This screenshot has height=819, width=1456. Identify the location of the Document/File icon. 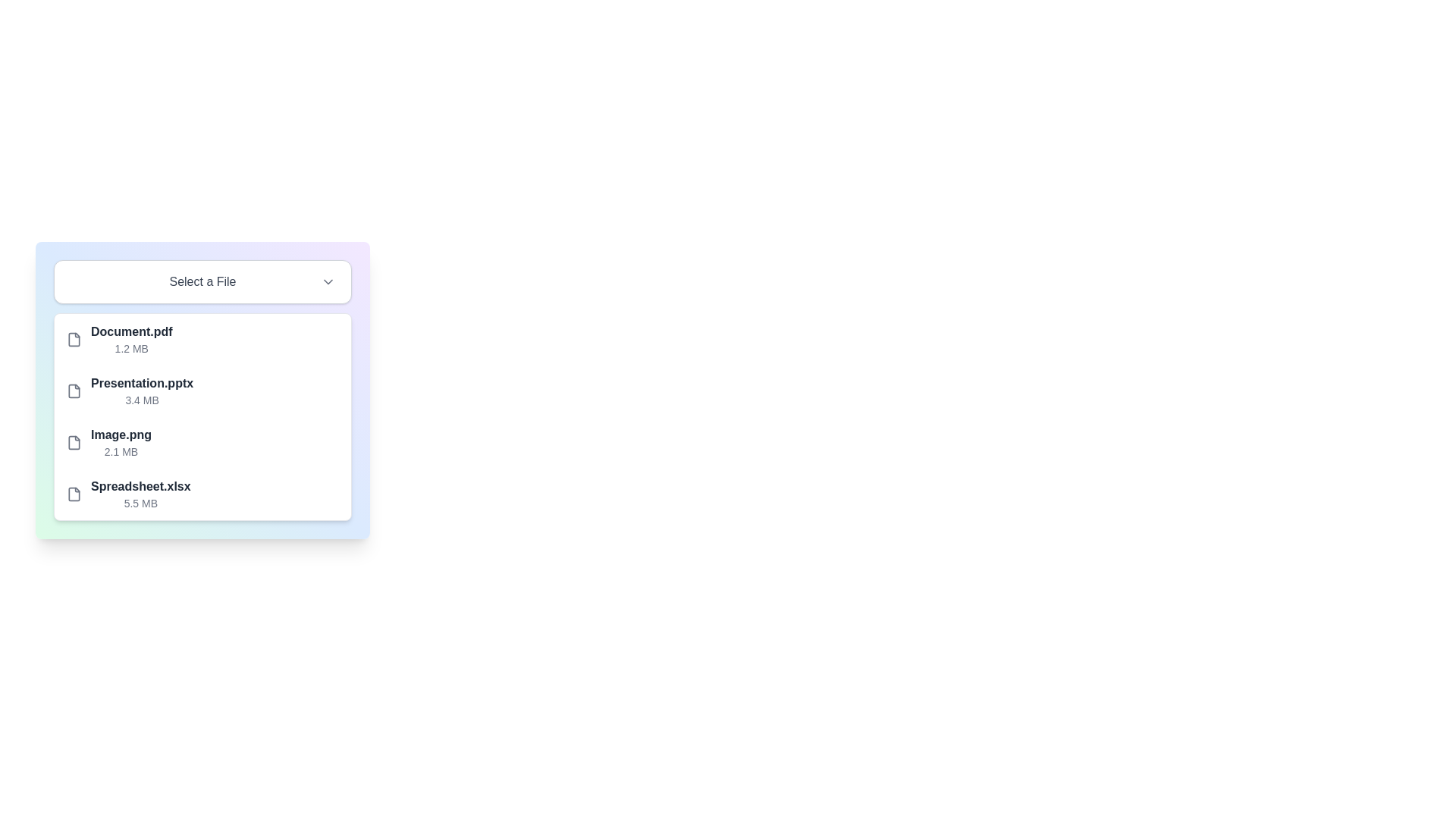
(73, 390).